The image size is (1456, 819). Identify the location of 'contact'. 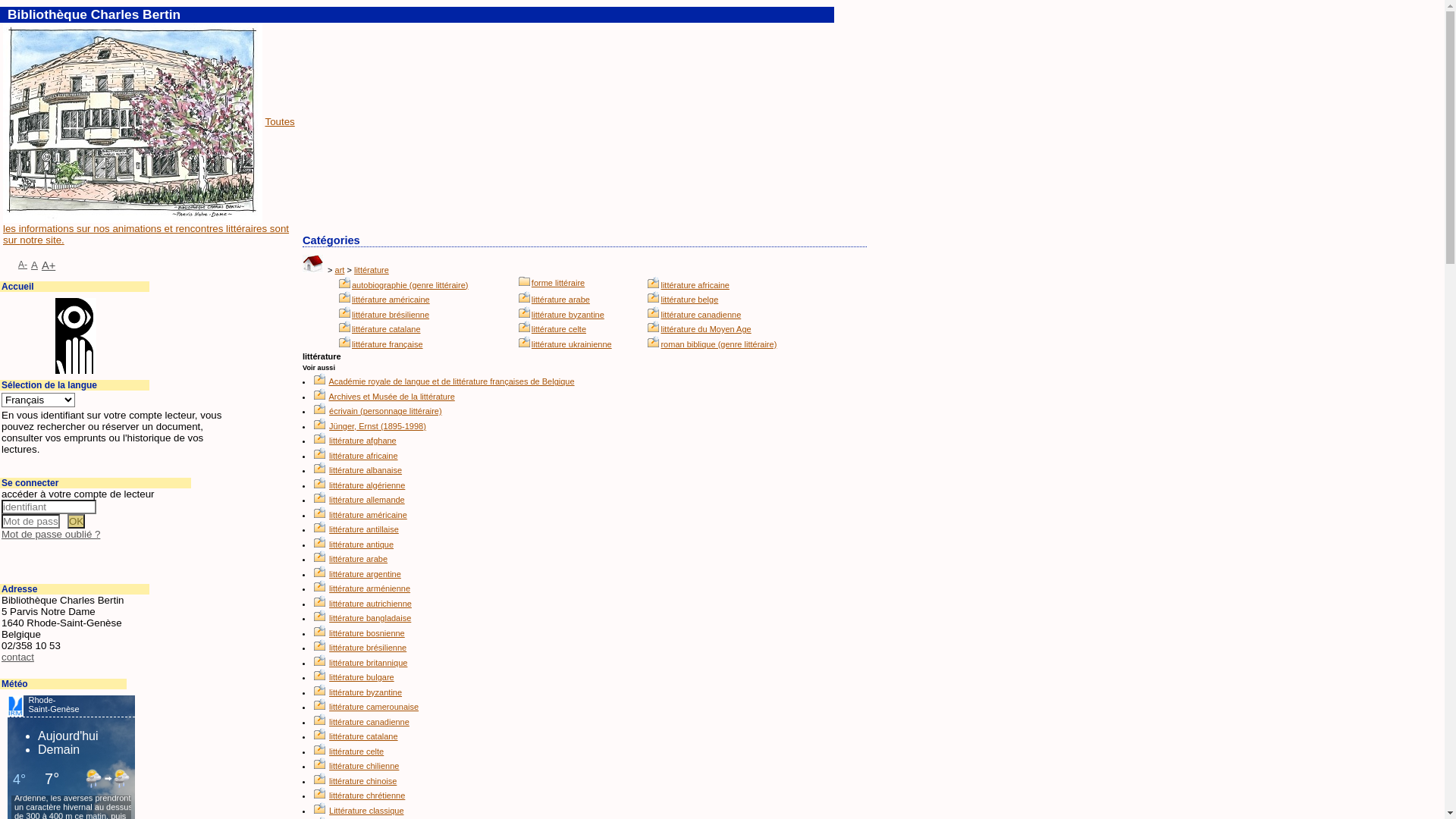
(17, 656).